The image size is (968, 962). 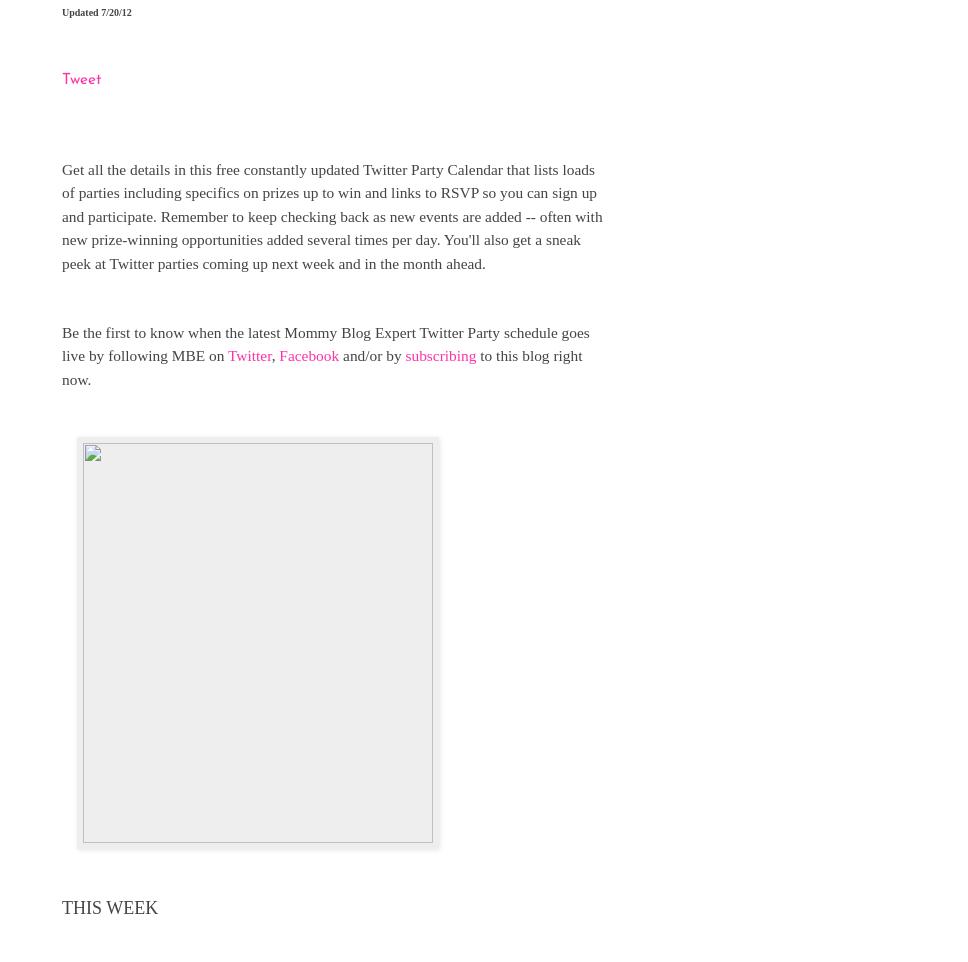 What do you see at coordinates (96, 10) in the screenshot?
I see `'Updated 7/20/12'` at bounding box center [96, 10].